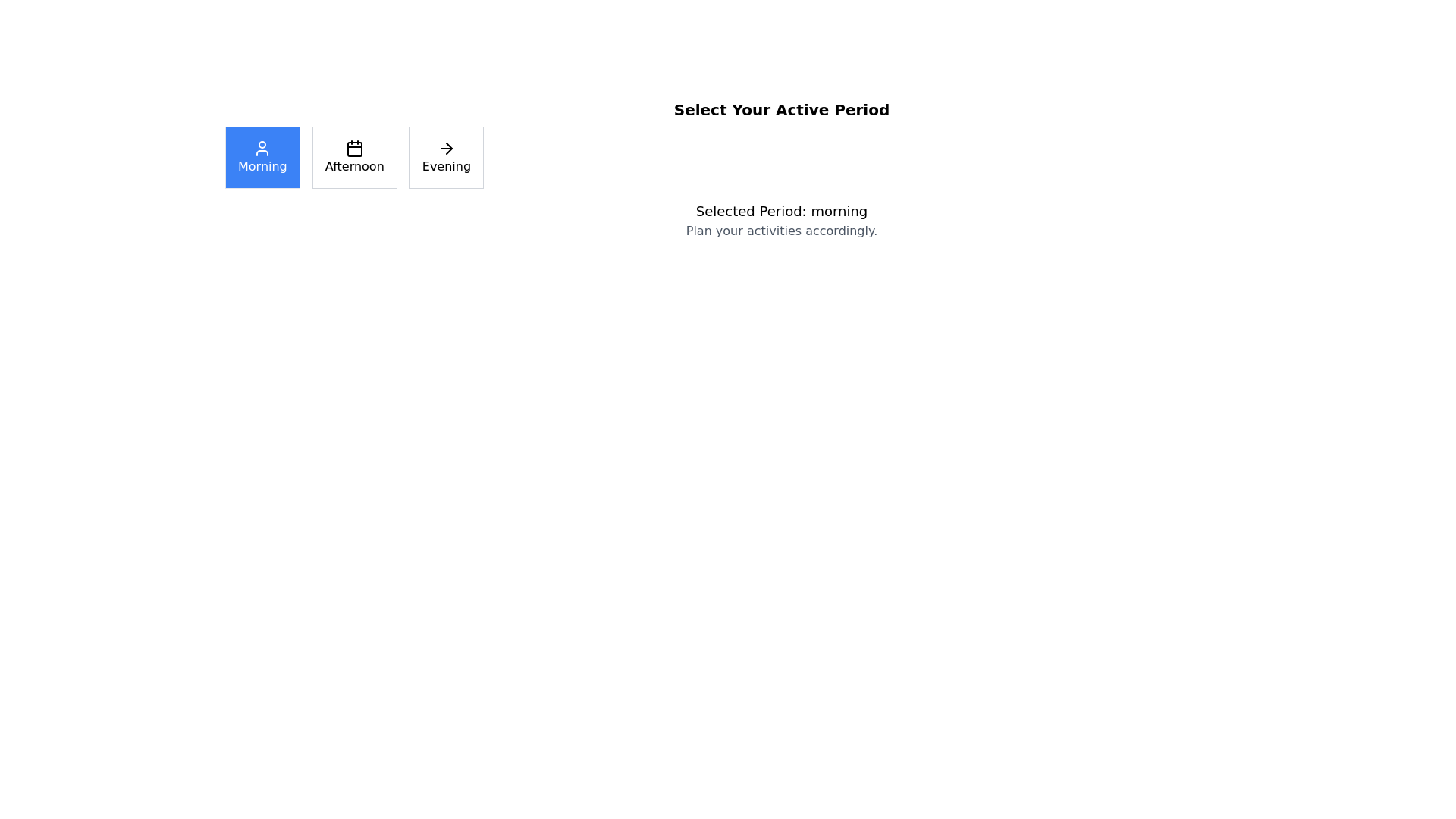  I want to click on text label displaying 'Afternoon' which is part of a selectable area representing the afternoon time period, located centrally between the 'Morning' and 'Evening' blocks, so click(353, 166).